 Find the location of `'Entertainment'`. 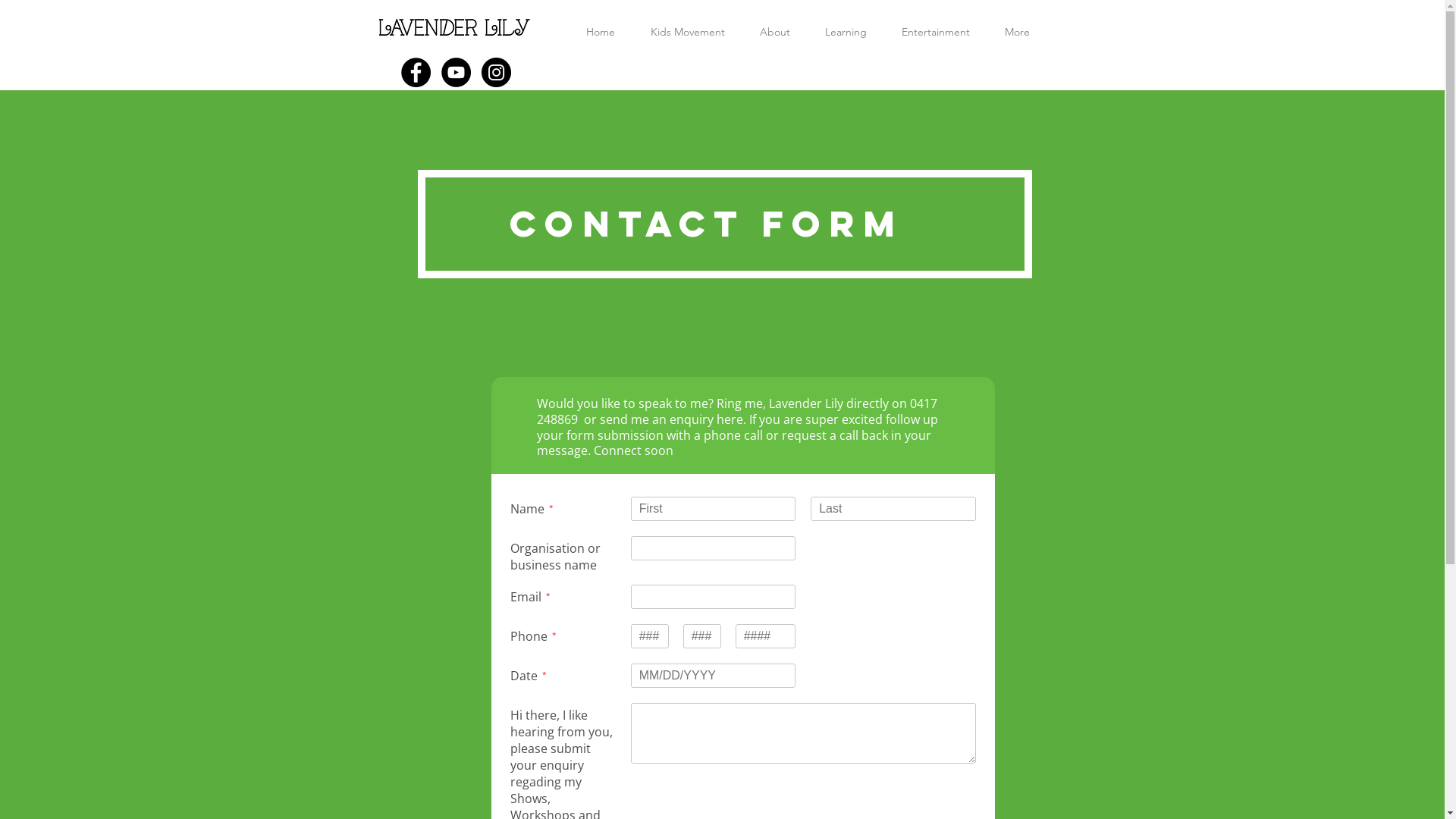

'Entertainment' is located at coordinates (884, 32).